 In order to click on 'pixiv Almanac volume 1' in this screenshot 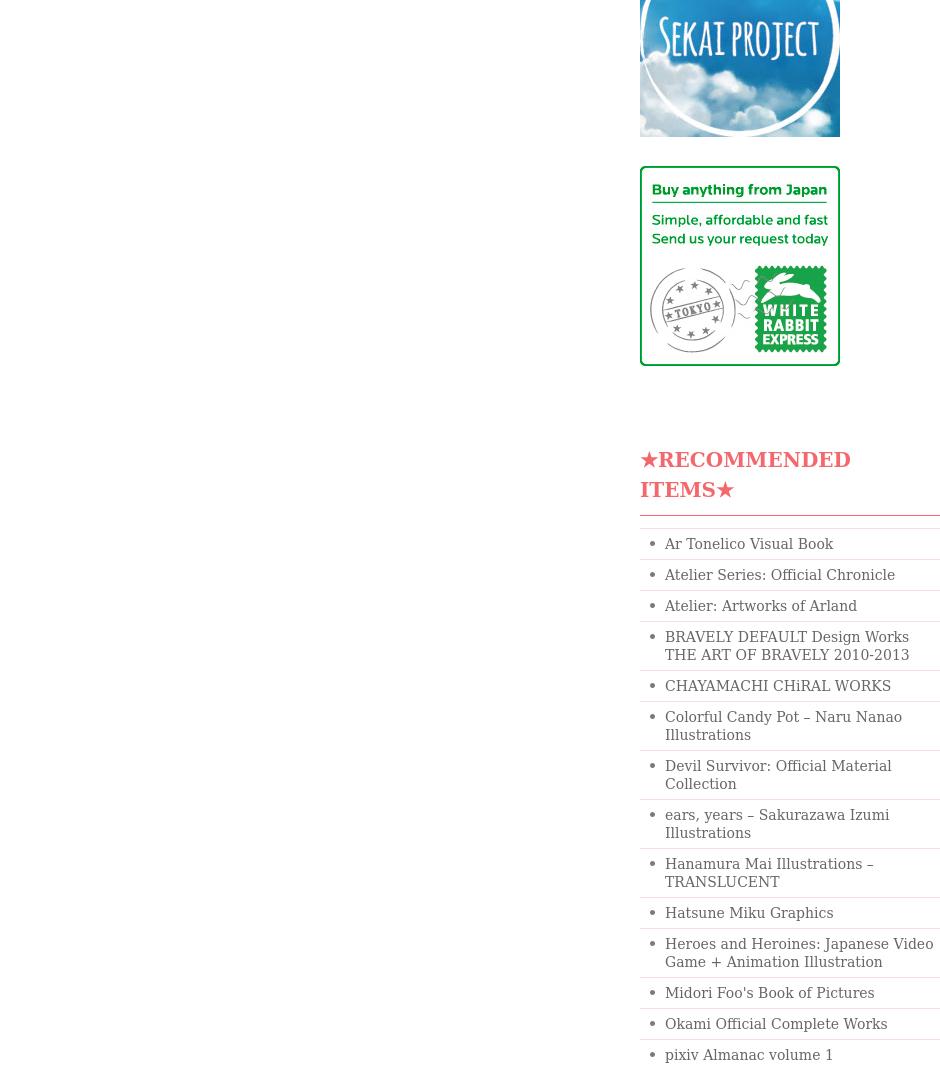, I will do `click(747, 1055)`.